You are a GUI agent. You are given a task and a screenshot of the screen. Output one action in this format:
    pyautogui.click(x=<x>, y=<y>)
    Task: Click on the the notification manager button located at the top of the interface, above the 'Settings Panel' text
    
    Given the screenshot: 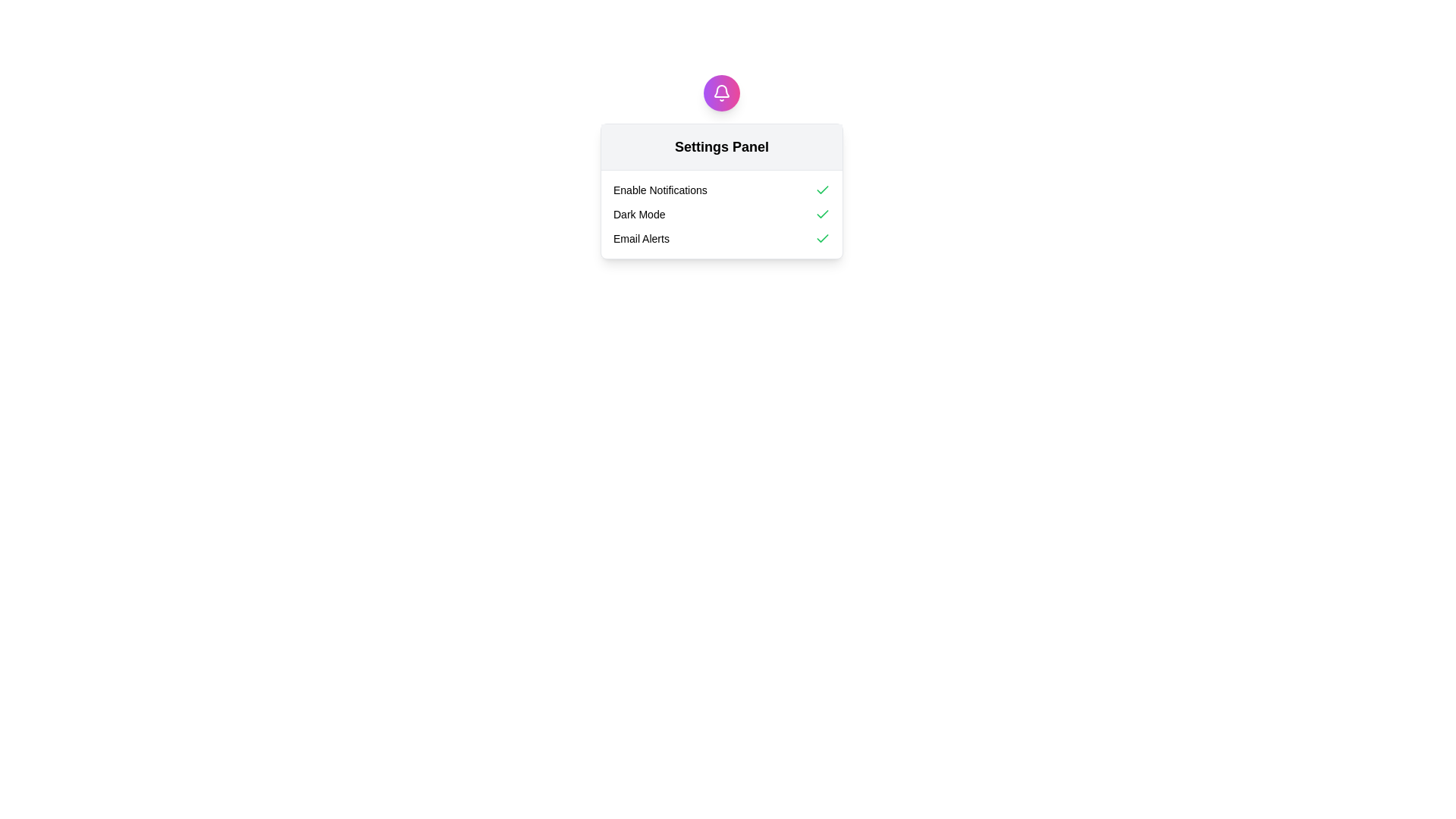 What is the action you would take?
    pyautogui.click(x=720, y=93)
    